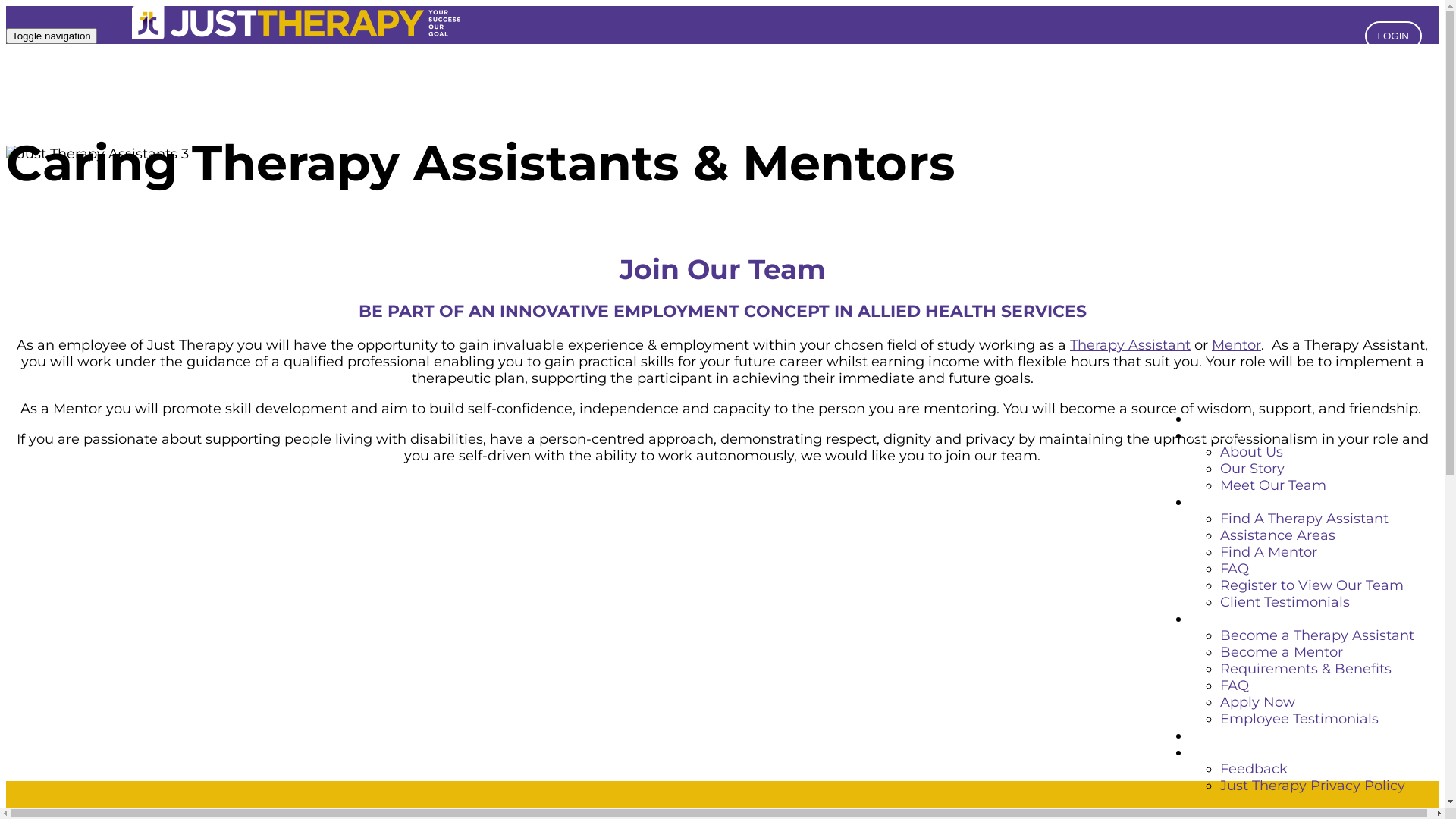  Describe the element at coordinates (1316, 635) in the screenshot. I see `'Become a Therapy Assistant'` at that location.